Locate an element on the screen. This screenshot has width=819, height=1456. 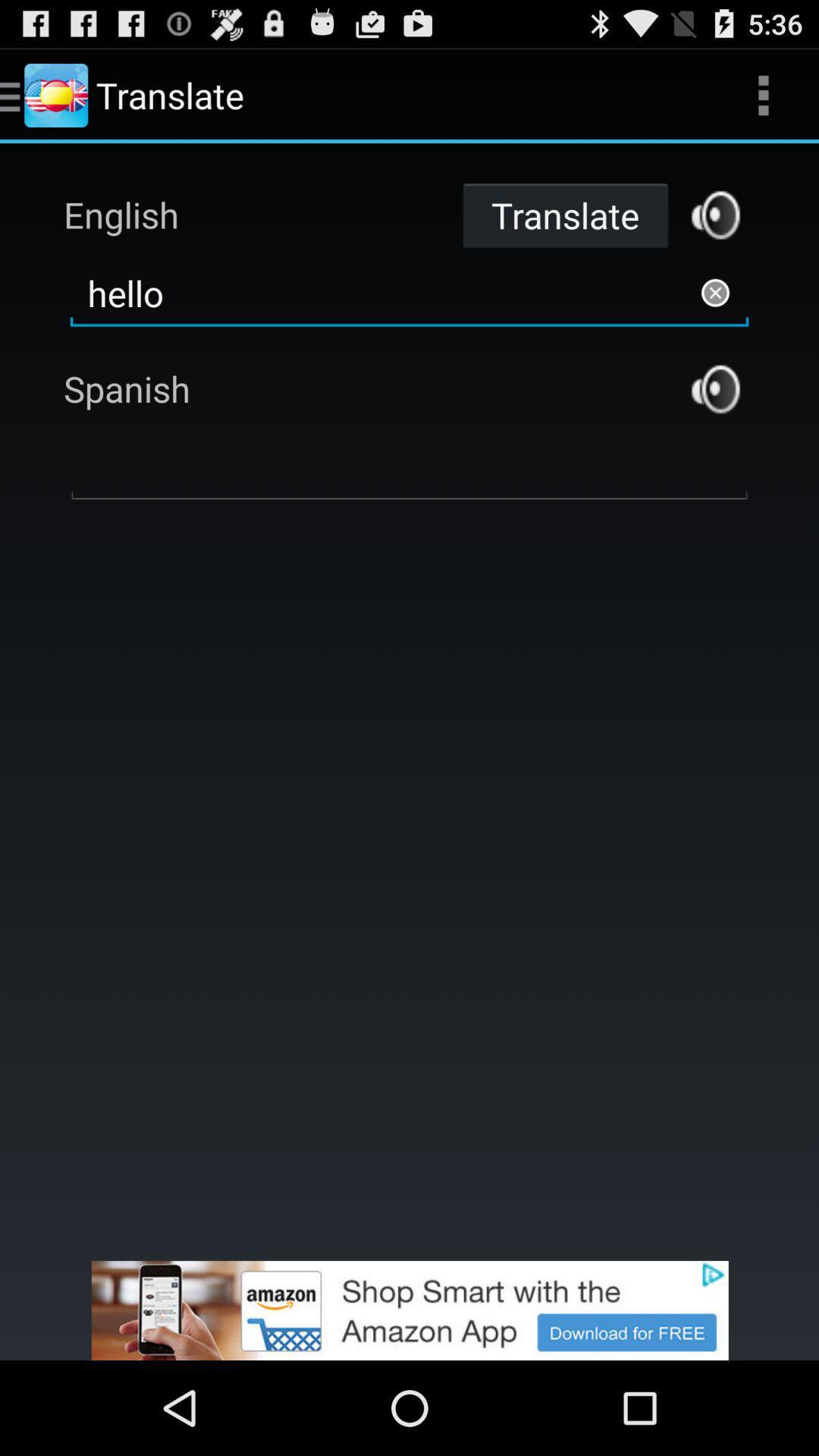
input word to translate is located at coordinates (409, 467).